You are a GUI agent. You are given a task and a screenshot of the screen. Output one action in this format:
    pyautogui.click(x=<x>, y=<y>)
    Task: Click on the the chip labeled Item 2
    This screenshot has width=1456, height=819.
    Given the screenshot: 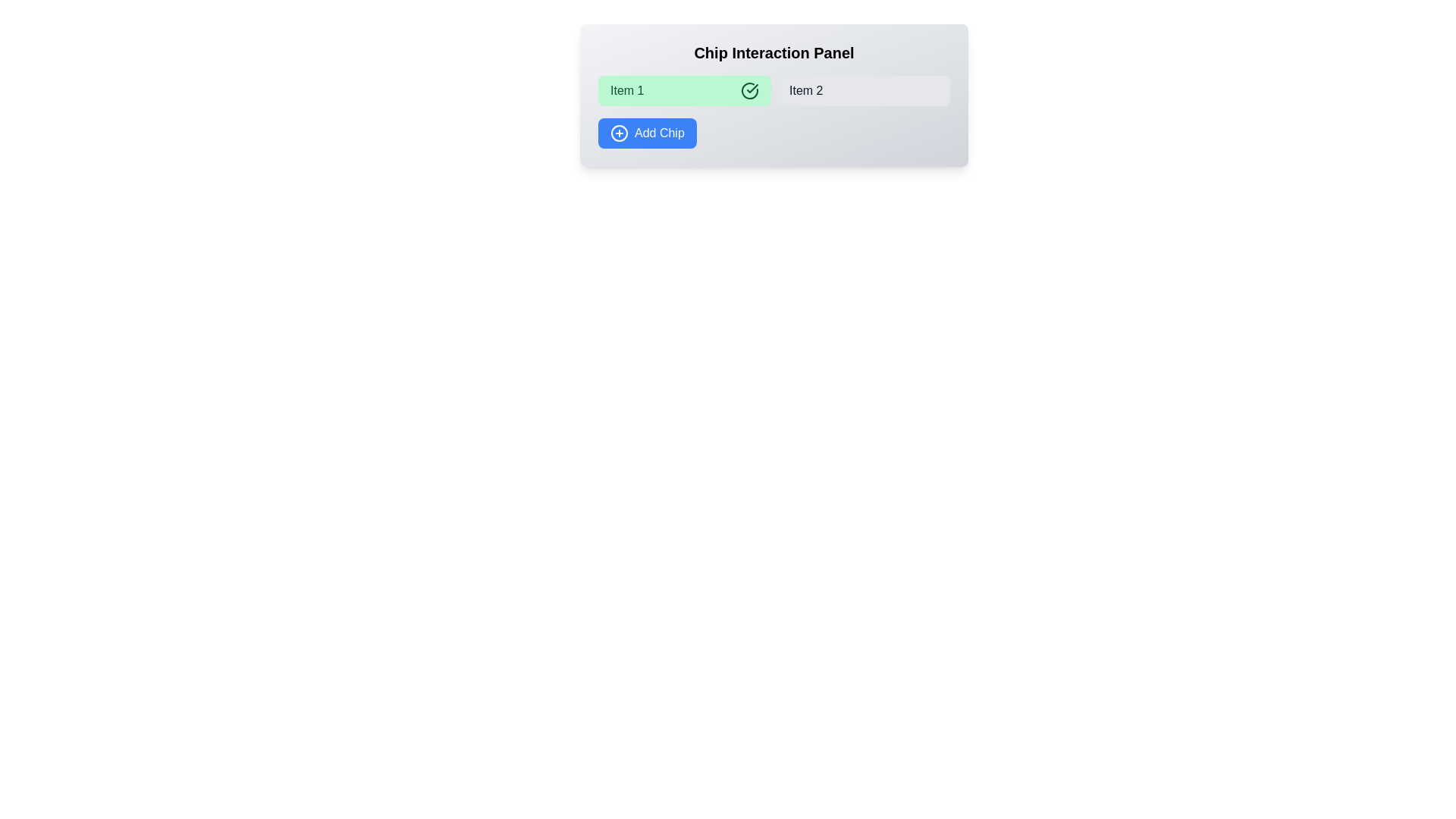 What is the action you would take?
    pyautogui.click(x=863, y=90)
    